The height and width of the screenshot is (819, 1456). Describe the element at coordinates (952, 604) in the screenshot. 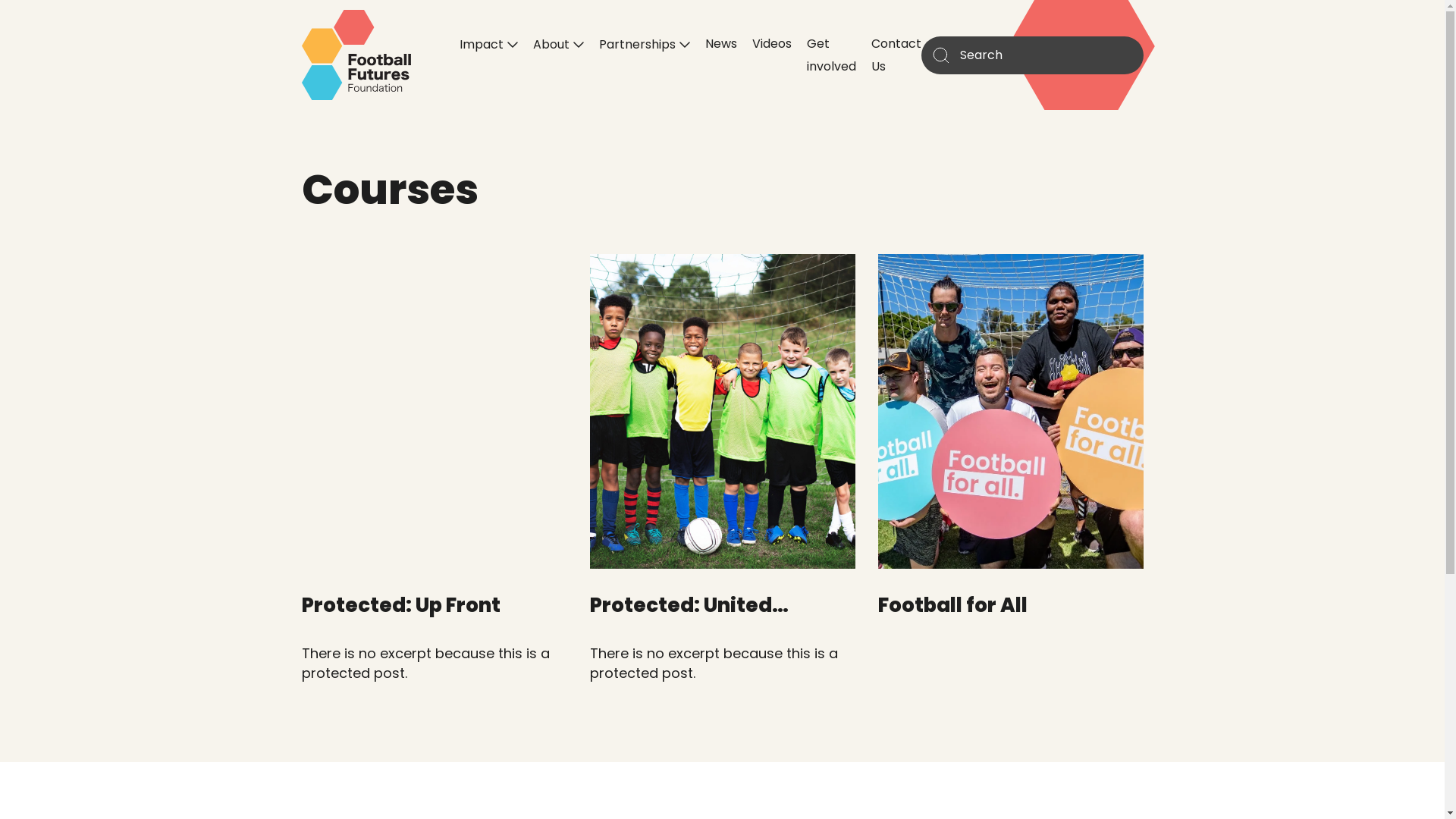

I see `'Football for All'` at that location.